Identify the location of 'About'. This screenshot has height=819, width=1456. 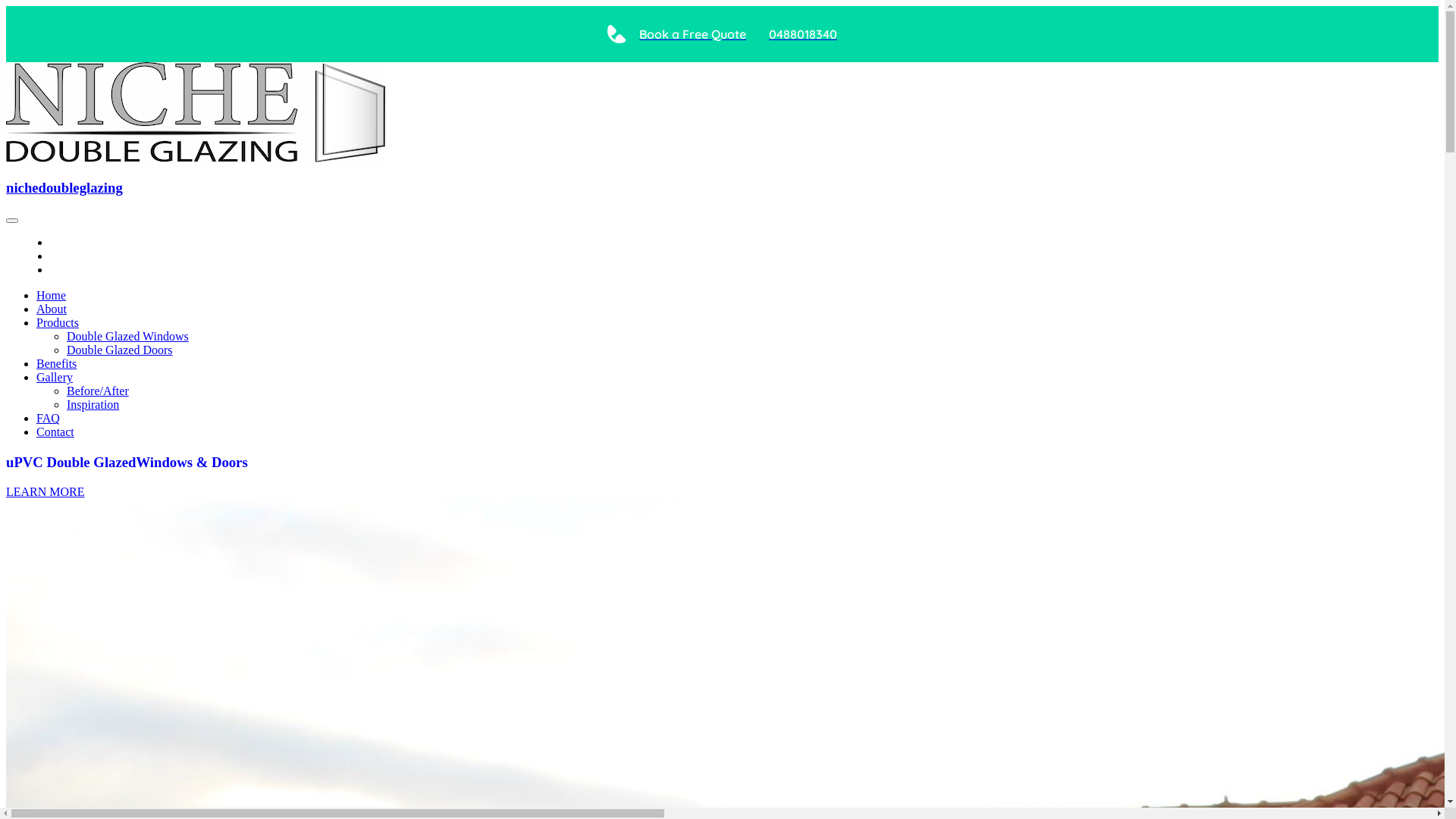
(51, 308).